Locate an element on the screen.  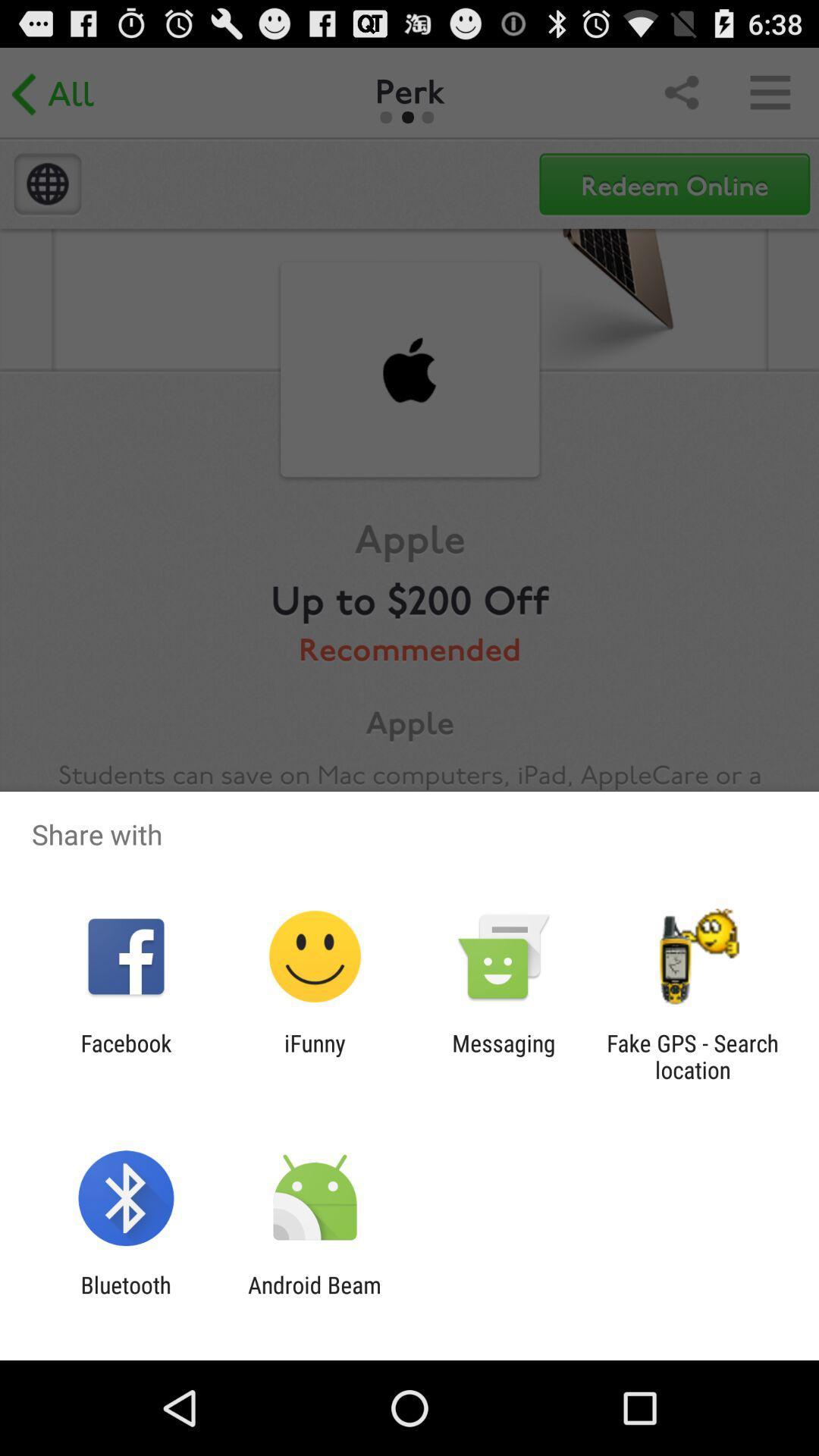
app at the bottom right corner is located at coordinates (692, 1056).